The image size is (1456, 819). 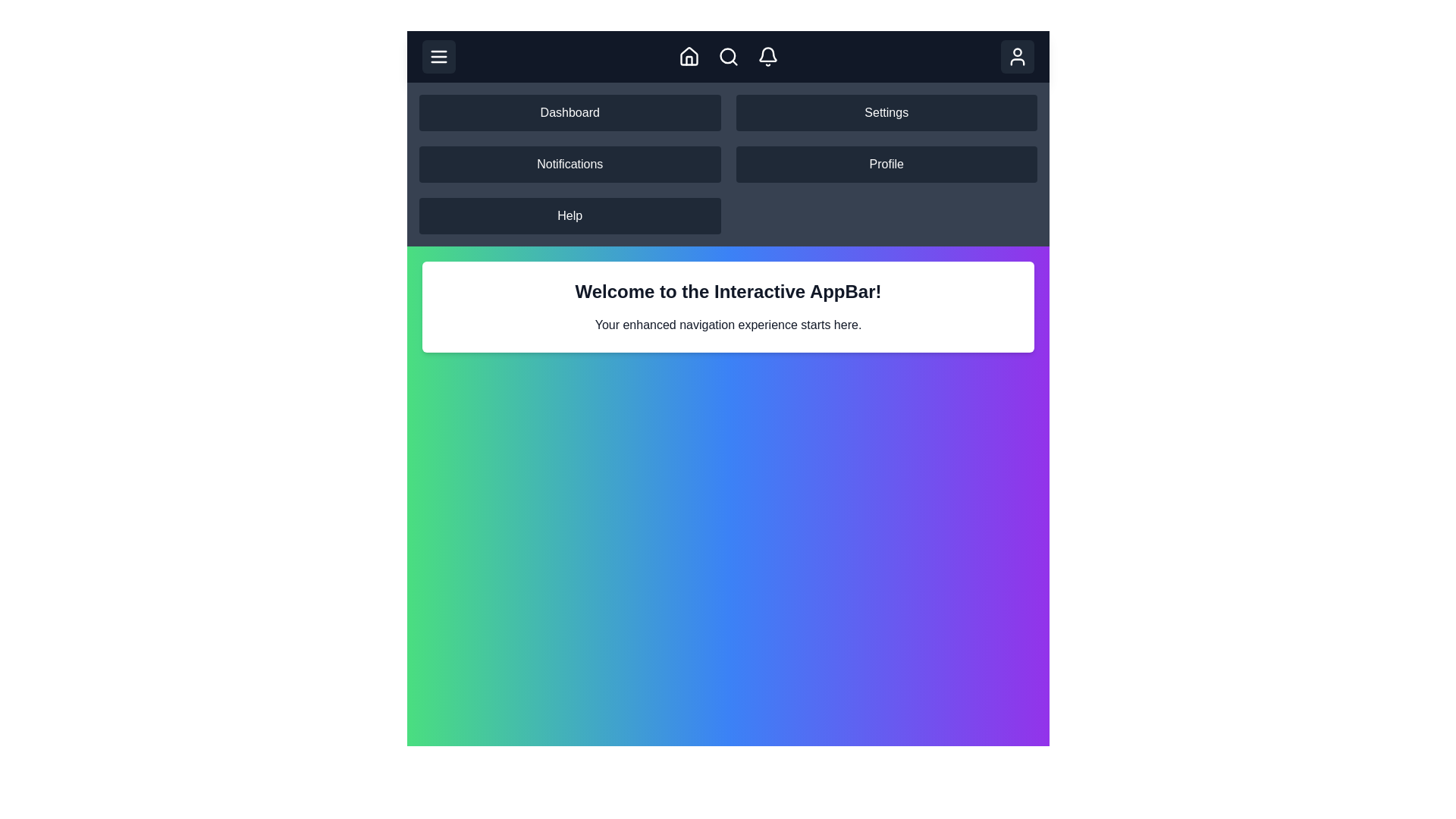 What do you see at coordinates (886, 164) in the screenshot?
I see `the navigation item Profile` at bounding box center [886, 164].